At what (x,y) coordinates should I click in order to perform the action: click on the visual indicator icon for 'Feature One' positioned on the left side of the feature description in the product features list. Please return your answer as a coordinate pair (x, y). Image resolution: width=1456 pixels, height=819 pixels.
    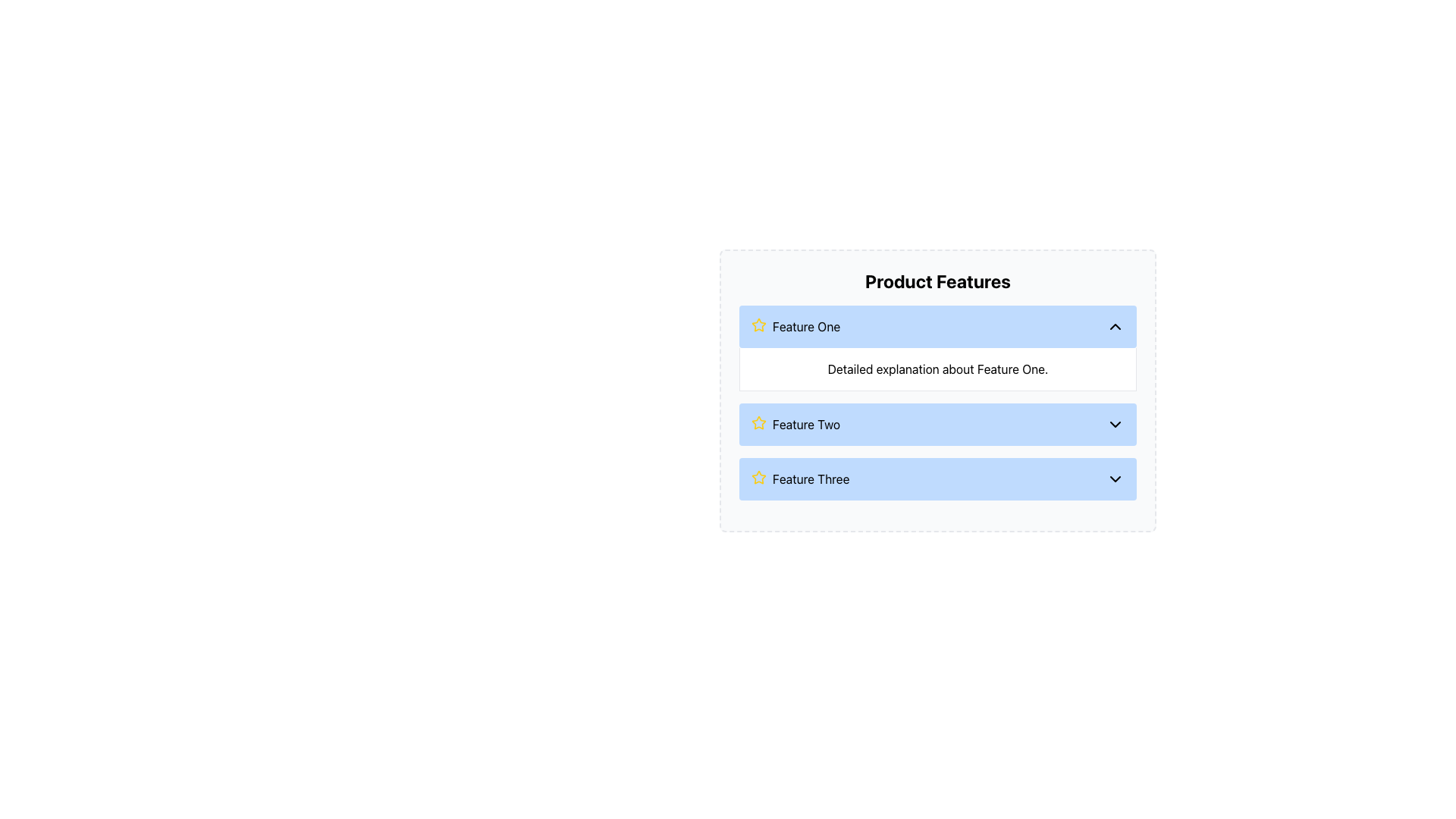
    Looking at the image, I should click on (759, 324).